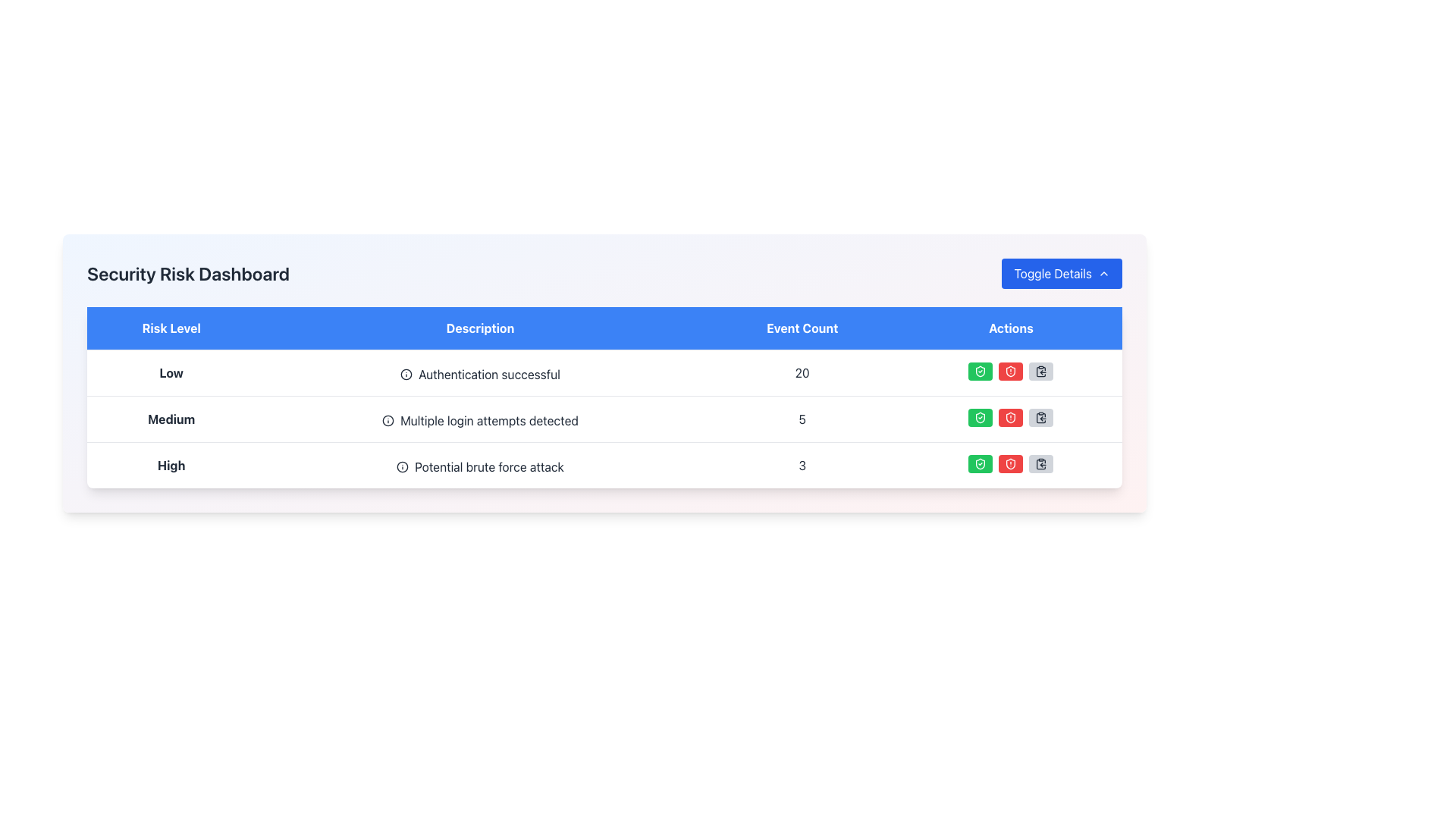 The height and width of the screenshot is (819, 1456). What do you see at coordinates (171, 419) in the screenshot?
I see `the 'Medium' risk level text label located in the second row of the table under the 'Risk Level' column in the dashboard` at bounding box center [171, 419].